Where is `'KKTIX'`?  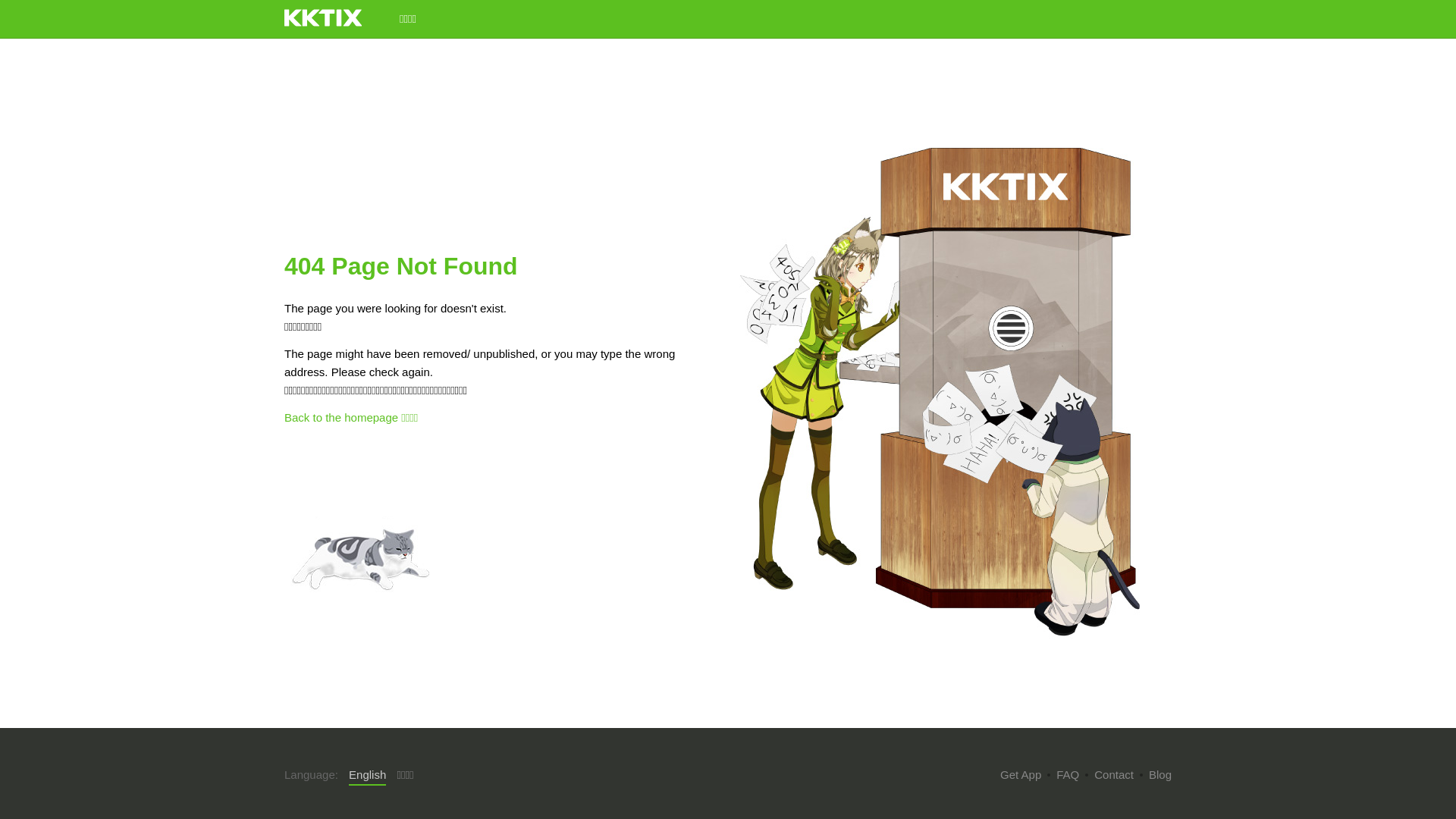
'KKTIX' is located at coordinates (322, 17).